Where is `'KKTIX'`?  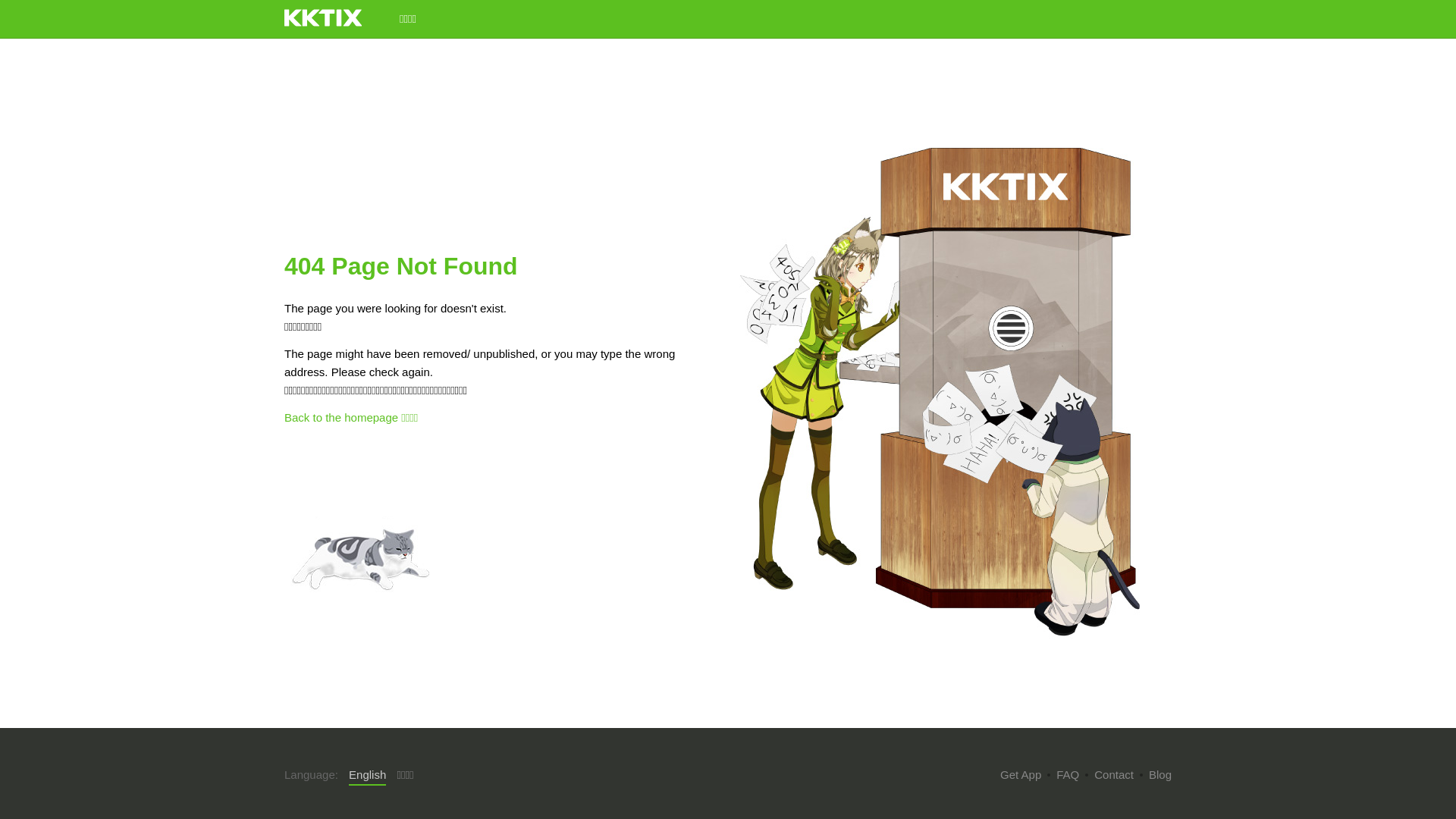
'KKTIX' is located at coordinates (322, 17).